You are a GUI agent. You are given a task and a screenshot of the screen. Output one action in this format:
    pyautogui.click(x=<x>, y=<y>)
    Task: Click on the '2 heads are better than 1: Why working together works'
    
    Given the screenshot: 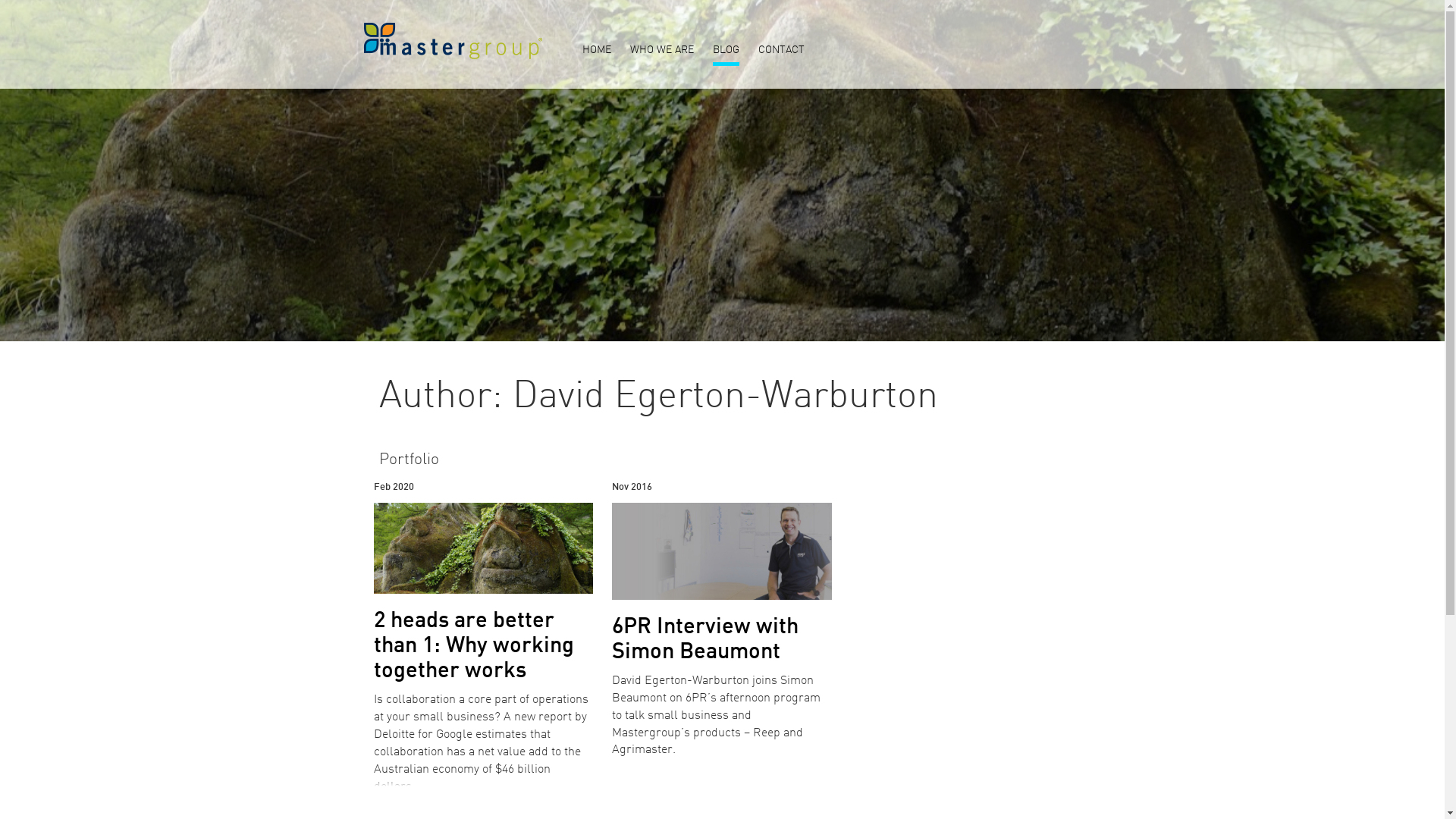 What is the action you would take?
    pyautogui.click(x=472, y=646)
    